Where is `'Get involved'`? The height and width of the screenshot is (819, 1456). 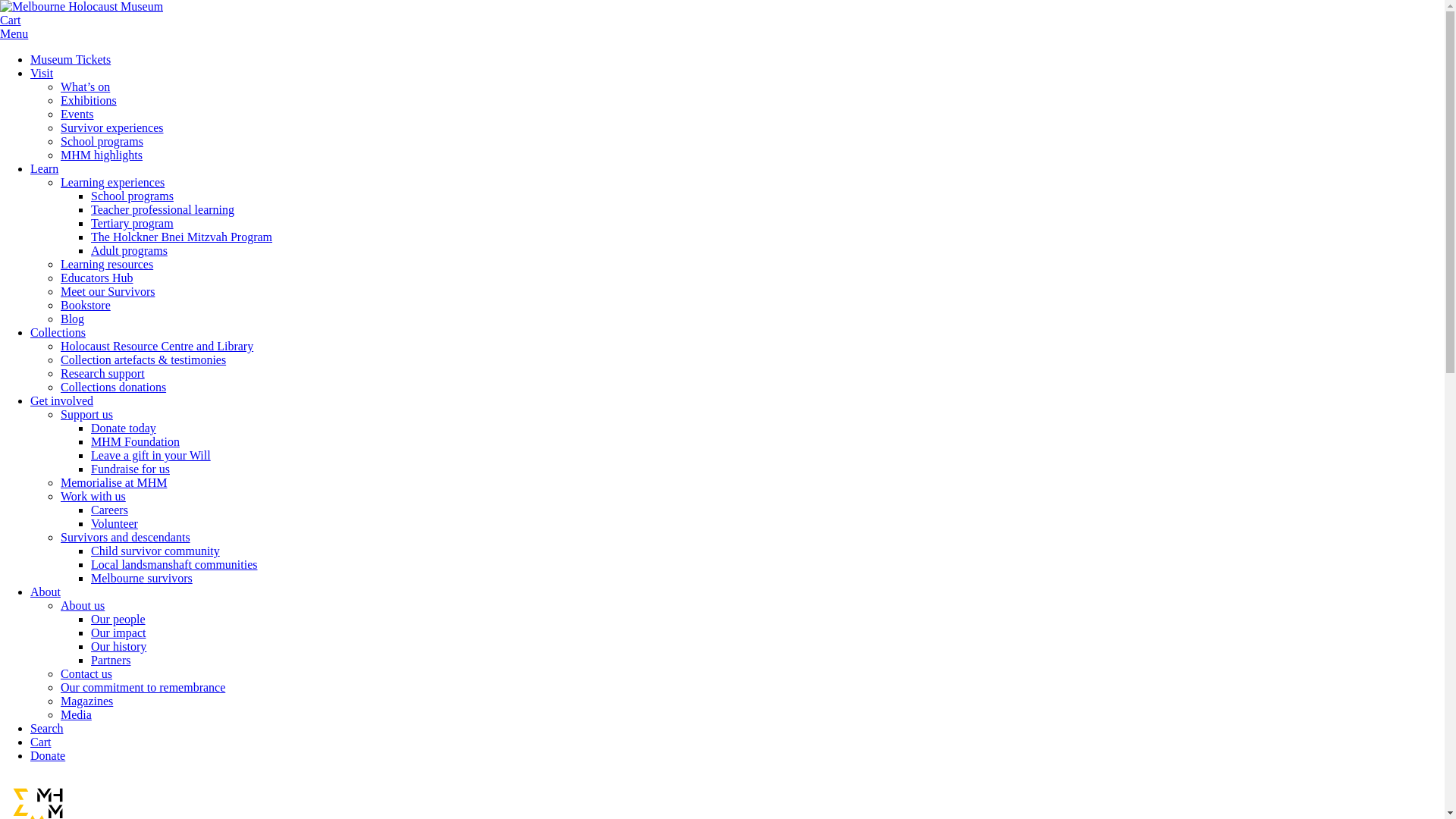 'Get involved' is located at coordinates (61, 400).